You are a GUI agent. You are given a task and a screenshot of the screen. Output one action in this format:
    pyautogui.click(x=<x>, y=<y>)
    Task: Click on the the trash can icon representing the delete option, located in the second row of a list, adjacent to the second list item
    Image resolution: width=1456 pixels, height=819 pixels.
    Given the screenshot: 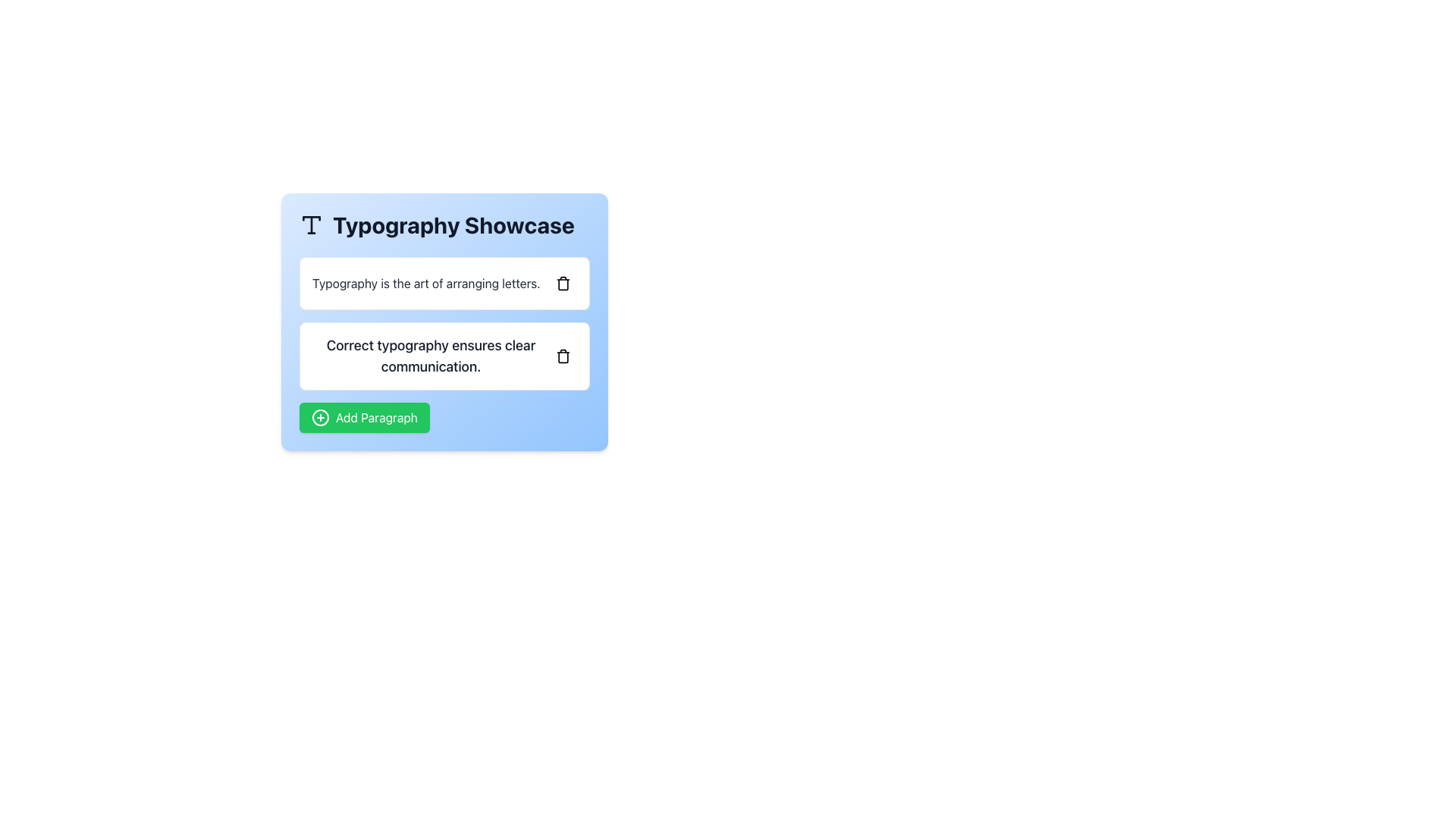 What is the action you would take?
    pyautogui.click(x=563, y=356)
    